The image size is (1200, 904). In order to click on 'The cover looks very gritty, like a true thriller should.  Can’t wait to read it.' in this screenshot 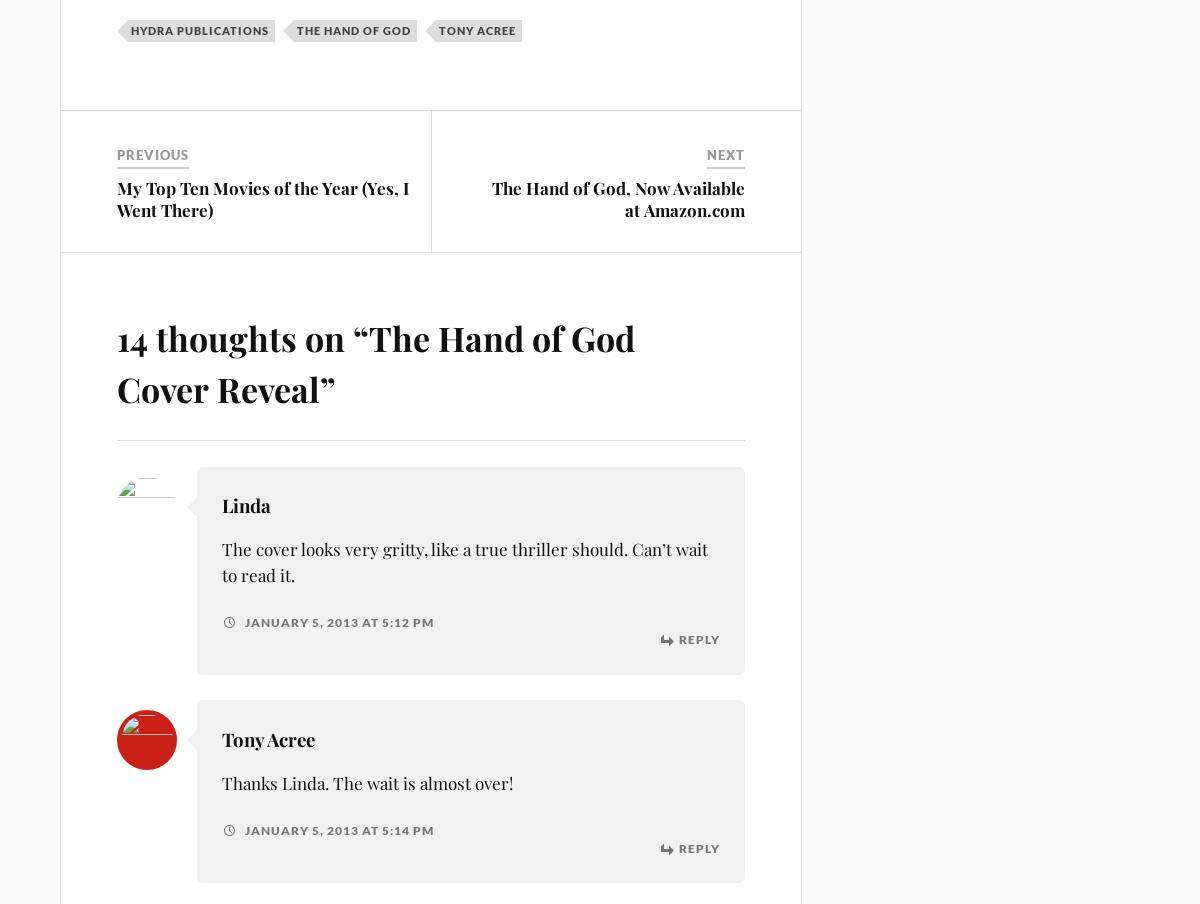, I will do `click(464, 561)`.